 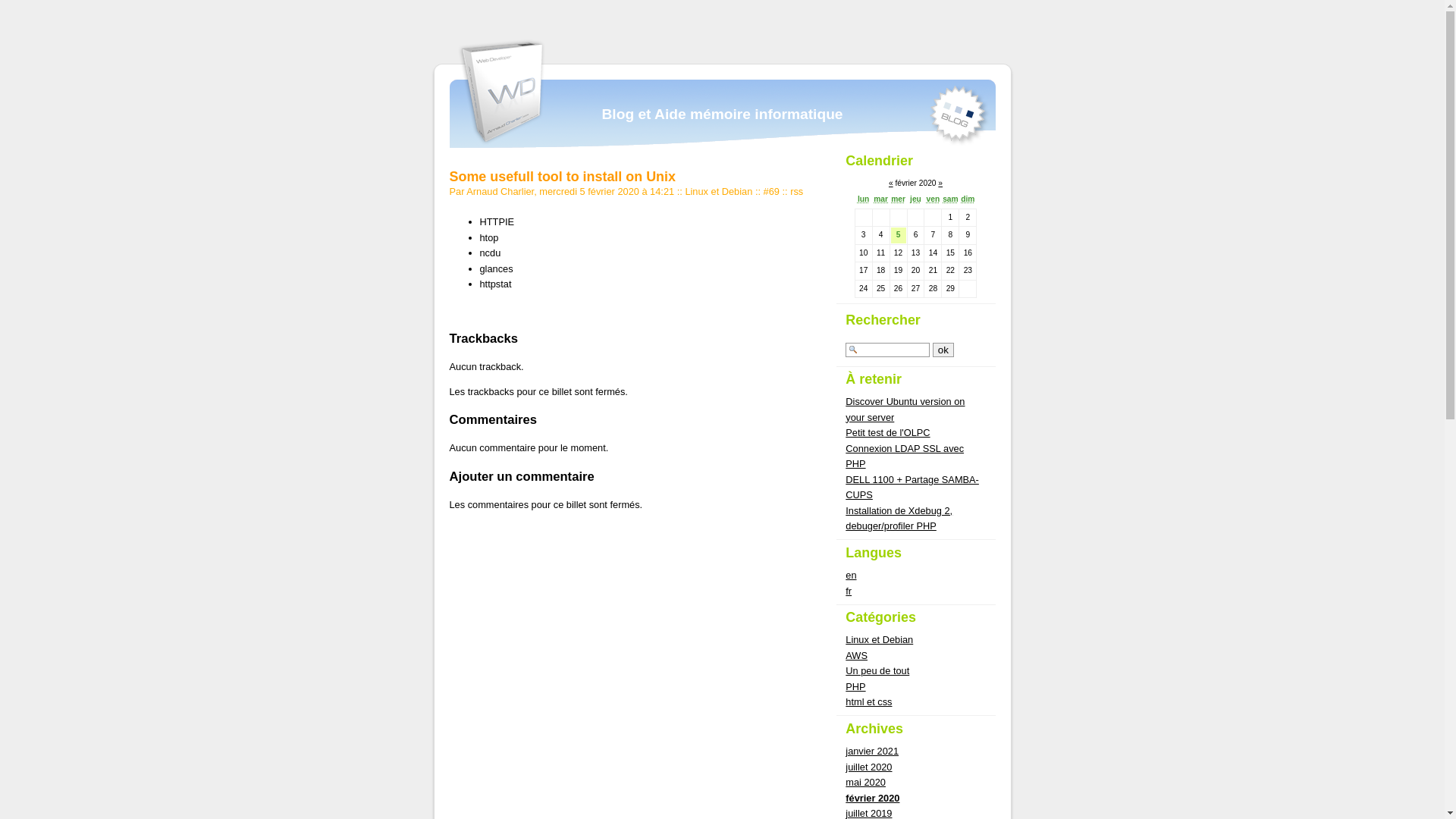 I want to click on 'Connexion LDAP SSL avec PHP', so click(x=905, y=455).